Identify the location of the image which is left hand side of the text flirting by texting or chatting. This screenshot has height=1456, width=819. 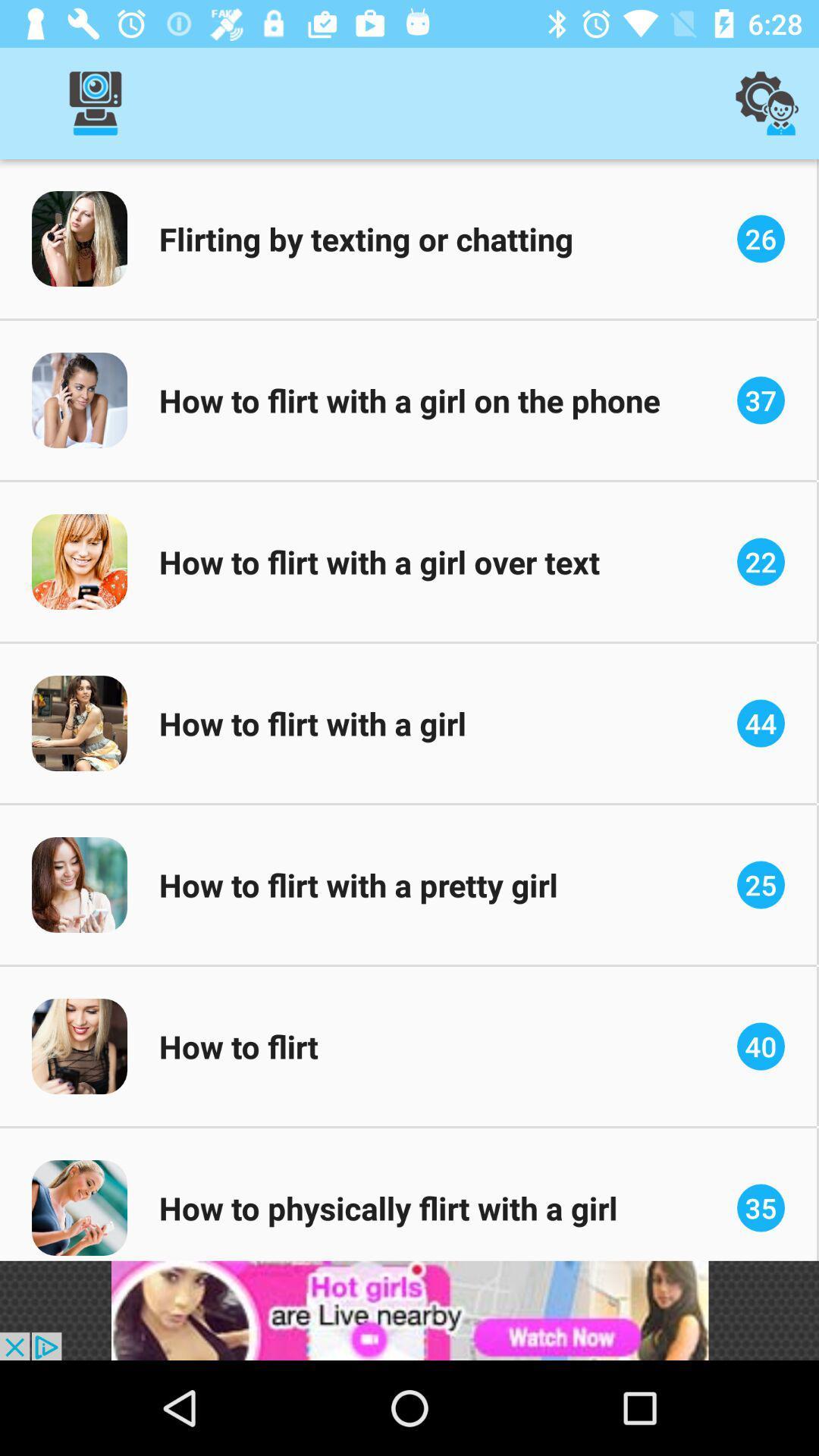
(79, 238).